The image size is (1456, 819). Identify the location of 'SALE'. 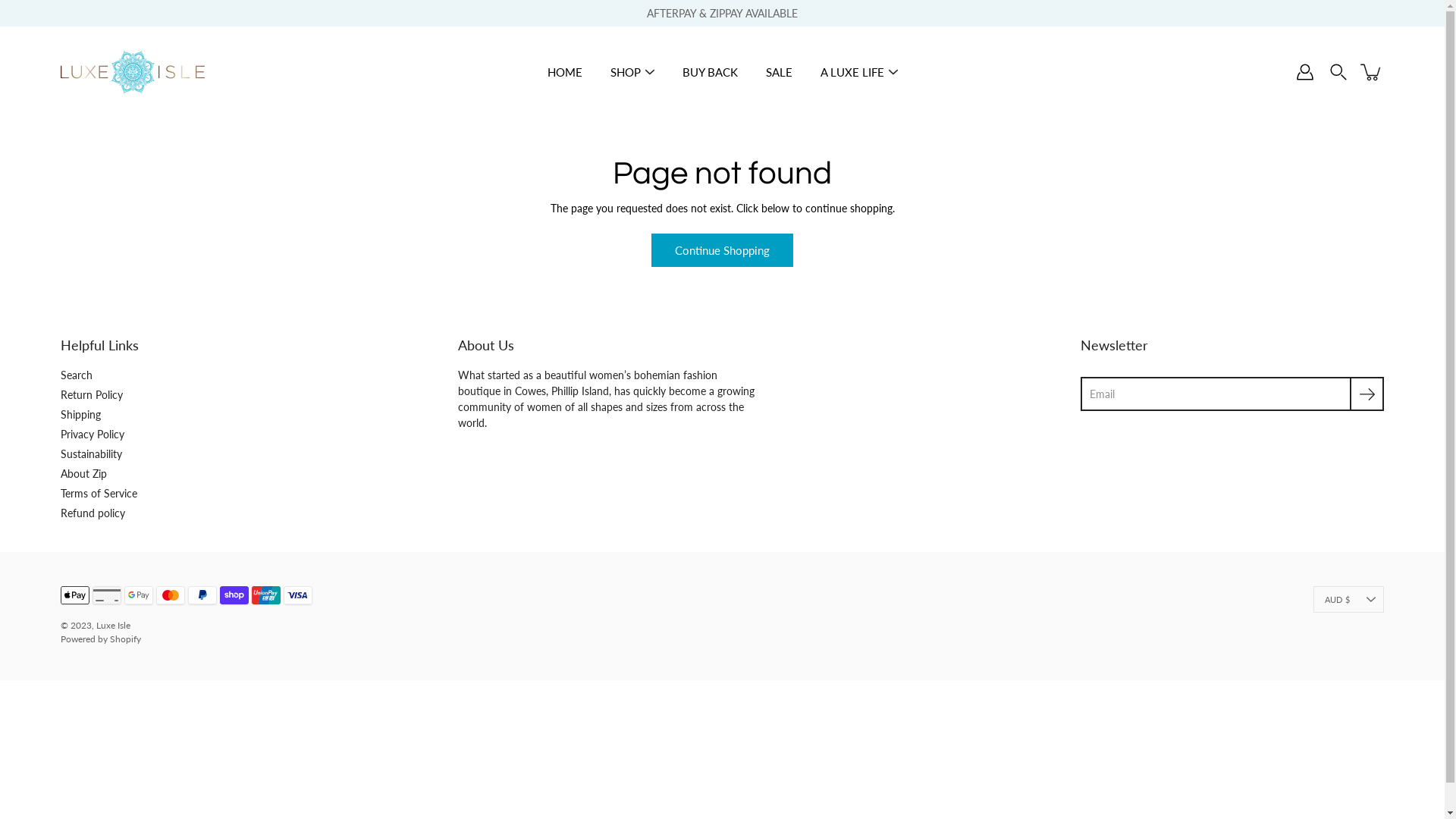
(779, 72).